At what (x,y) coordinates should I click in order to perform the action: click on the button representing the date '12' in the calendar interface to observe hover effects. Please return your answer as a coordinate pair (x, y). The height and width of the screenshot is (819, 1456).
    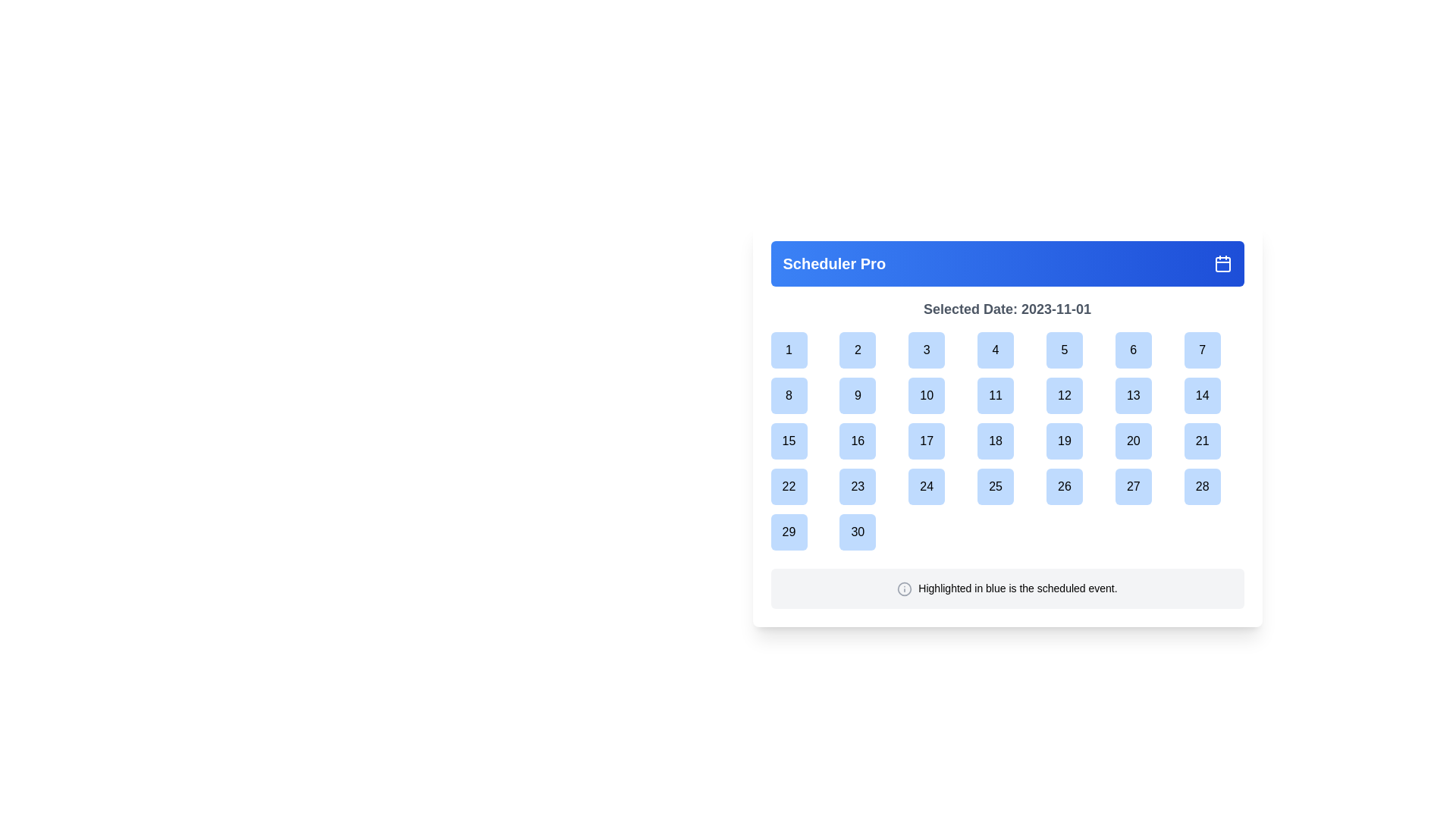
    Looking at the image, I should click on (1063, 394).